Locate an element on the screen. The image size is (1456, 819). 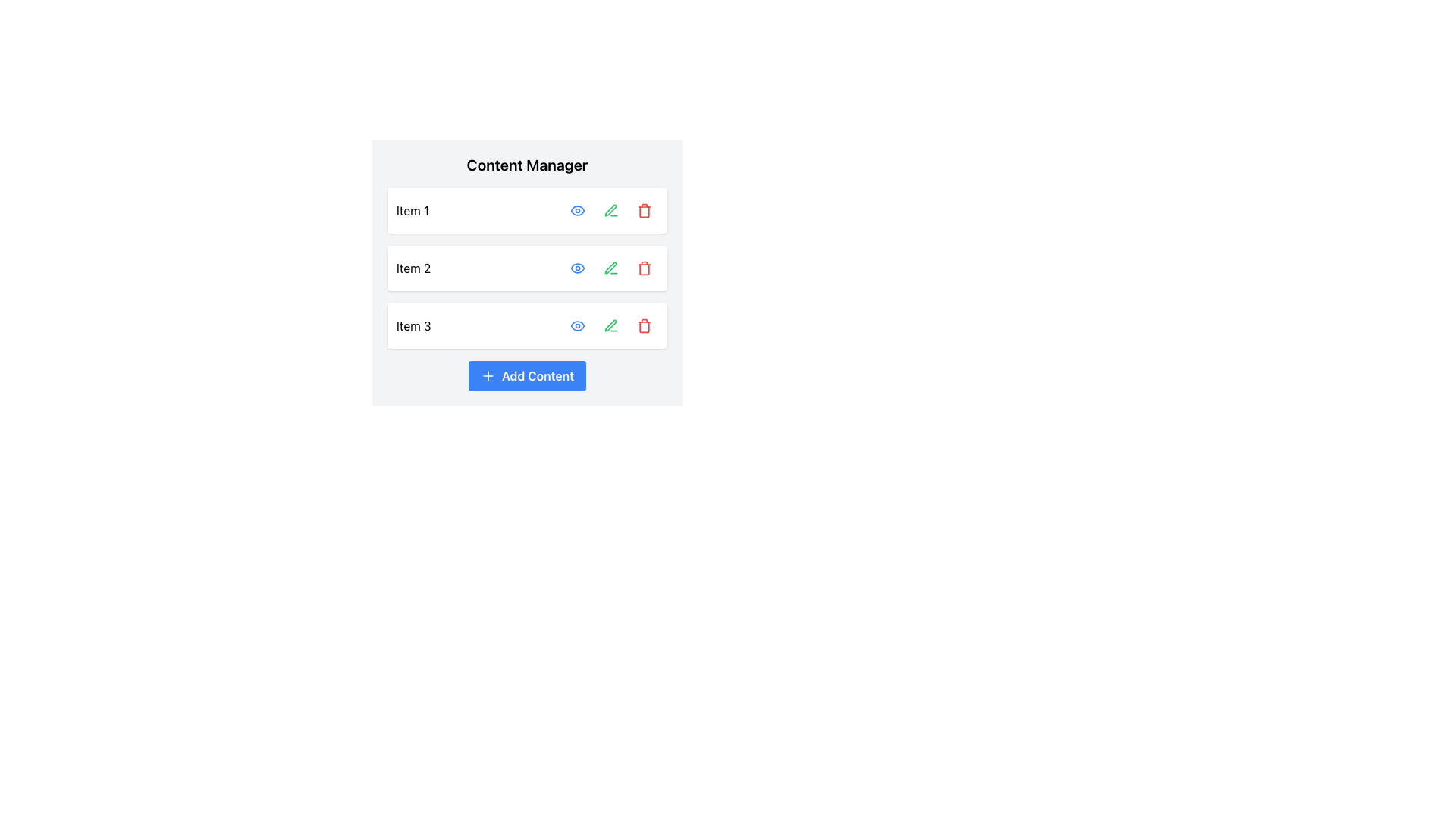
the 'Edit' icon button for Item 3, located between the blue eye icon and the red trash bin icon, to change its background color is located at coordinates (611, 325).